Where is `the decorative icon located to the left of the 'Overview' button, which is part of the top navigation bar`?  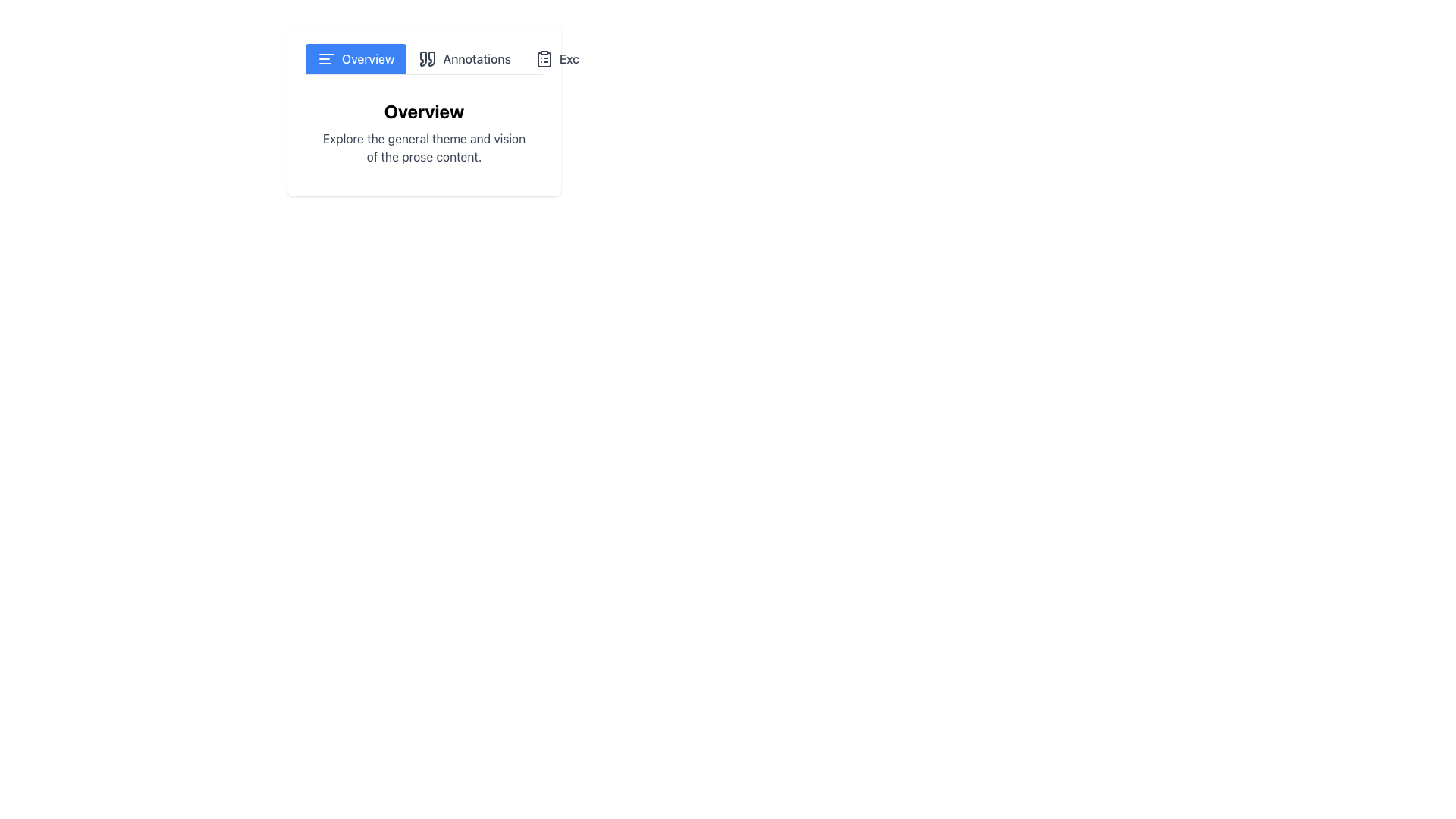
the decorative icon located to the left of the 'Overview' button, which is part of the top navigation bar is located at coordinates (326, 58).